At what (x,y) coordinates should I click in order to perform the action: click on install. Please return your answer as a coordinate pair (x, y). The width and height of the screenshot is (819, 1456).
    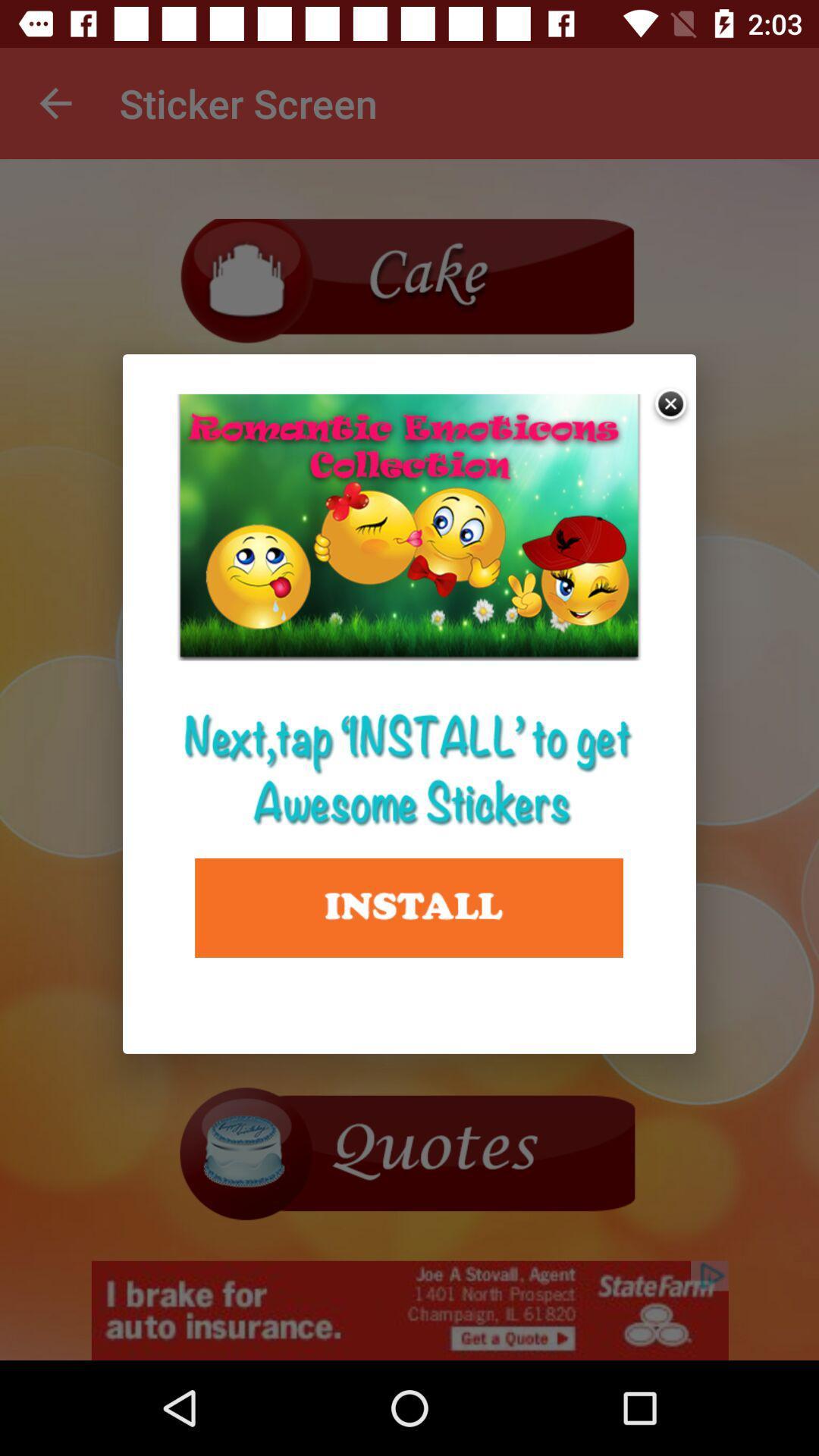
    Looking at the image, I should click on (408, 908).